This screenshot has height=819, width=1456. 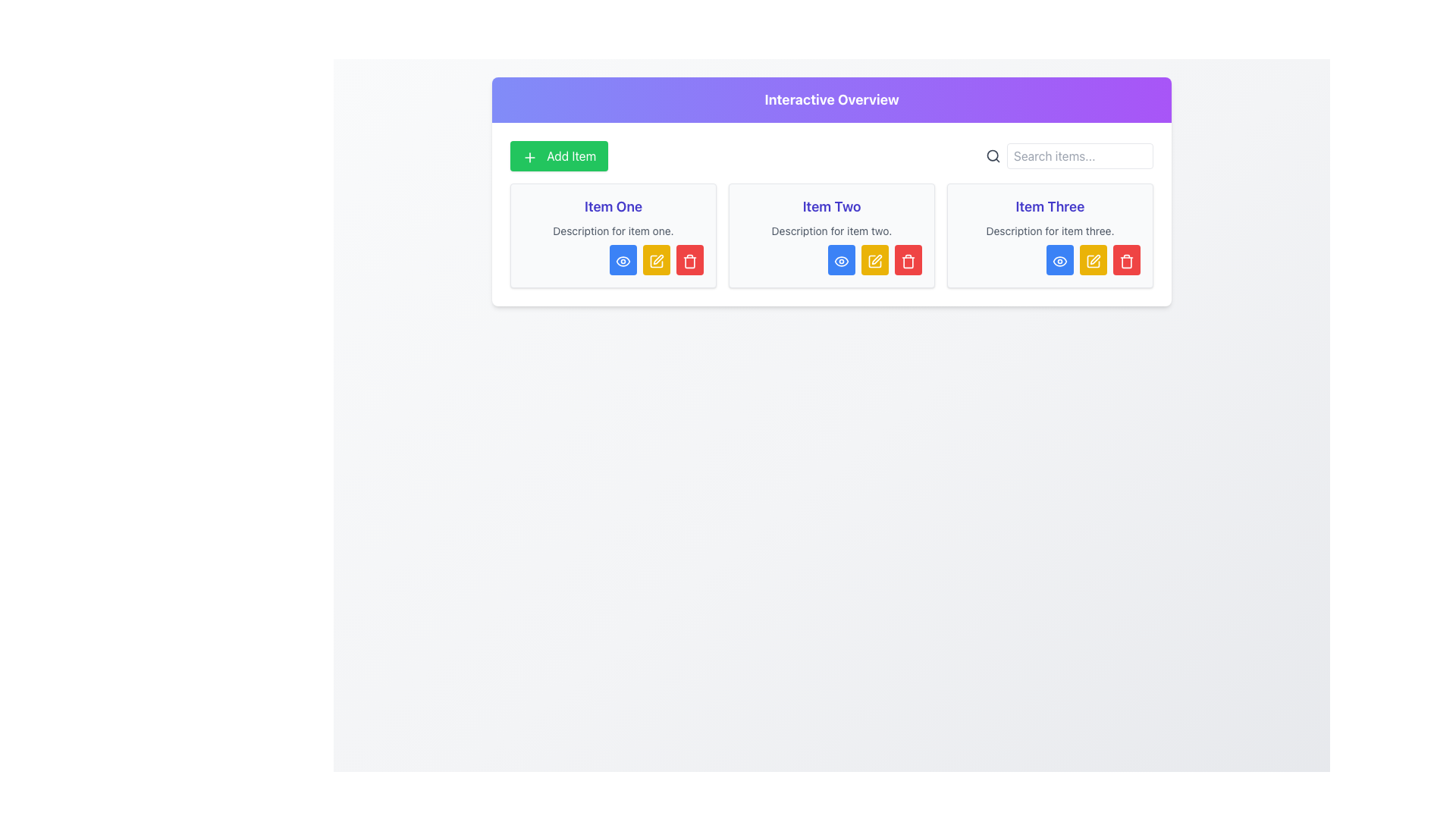 What do you see at coordinates (908, 259) in the screenshot?
I see `the small red button with a trash icon located as the fourth button in the row of actions below 'Item Two'` at bounding box center [908, 259].